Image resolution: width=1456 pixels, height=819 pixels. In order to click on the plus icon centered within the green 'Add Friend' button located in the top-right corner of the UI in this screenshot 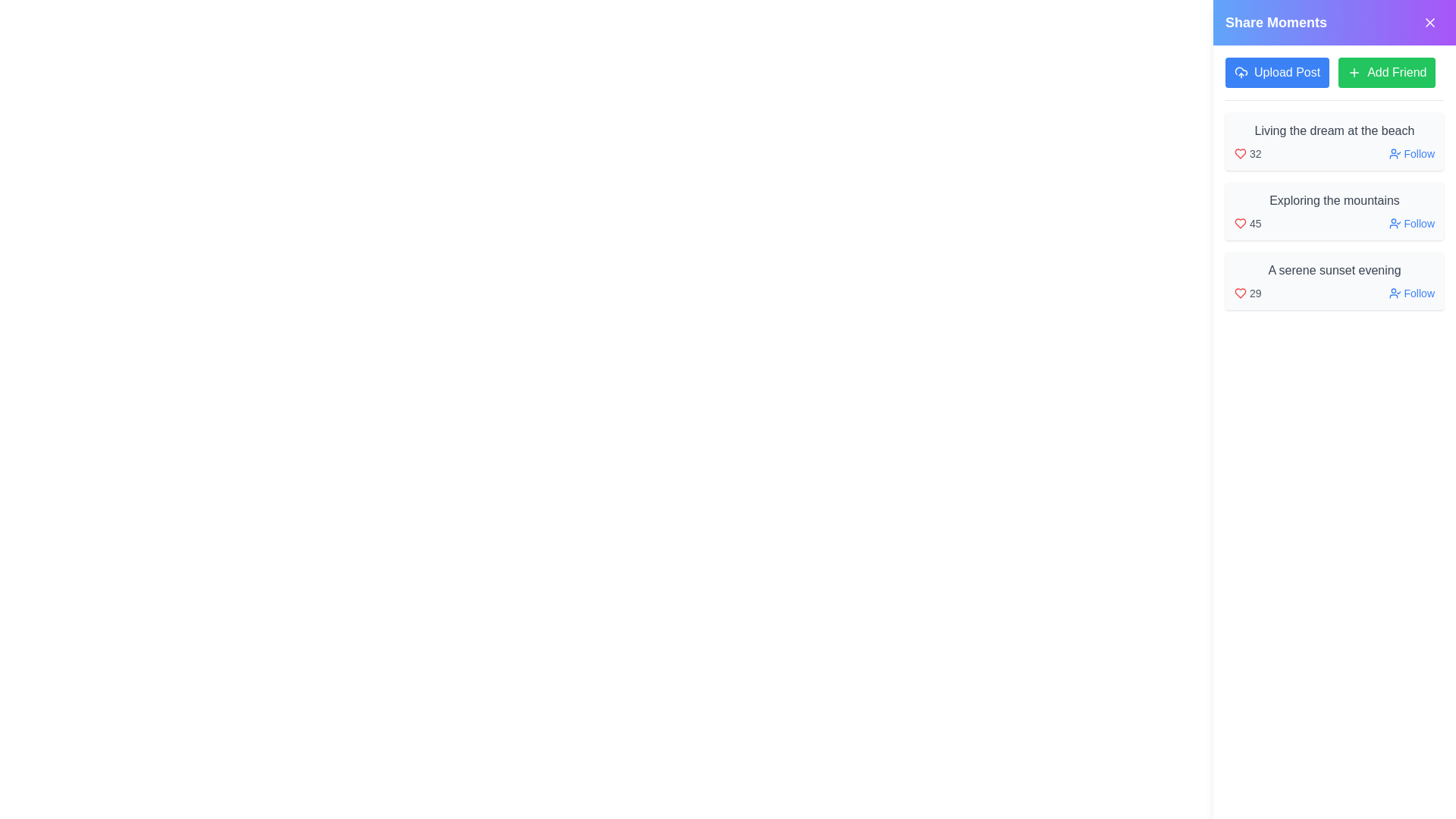, I will do `click(1354, 73)`.